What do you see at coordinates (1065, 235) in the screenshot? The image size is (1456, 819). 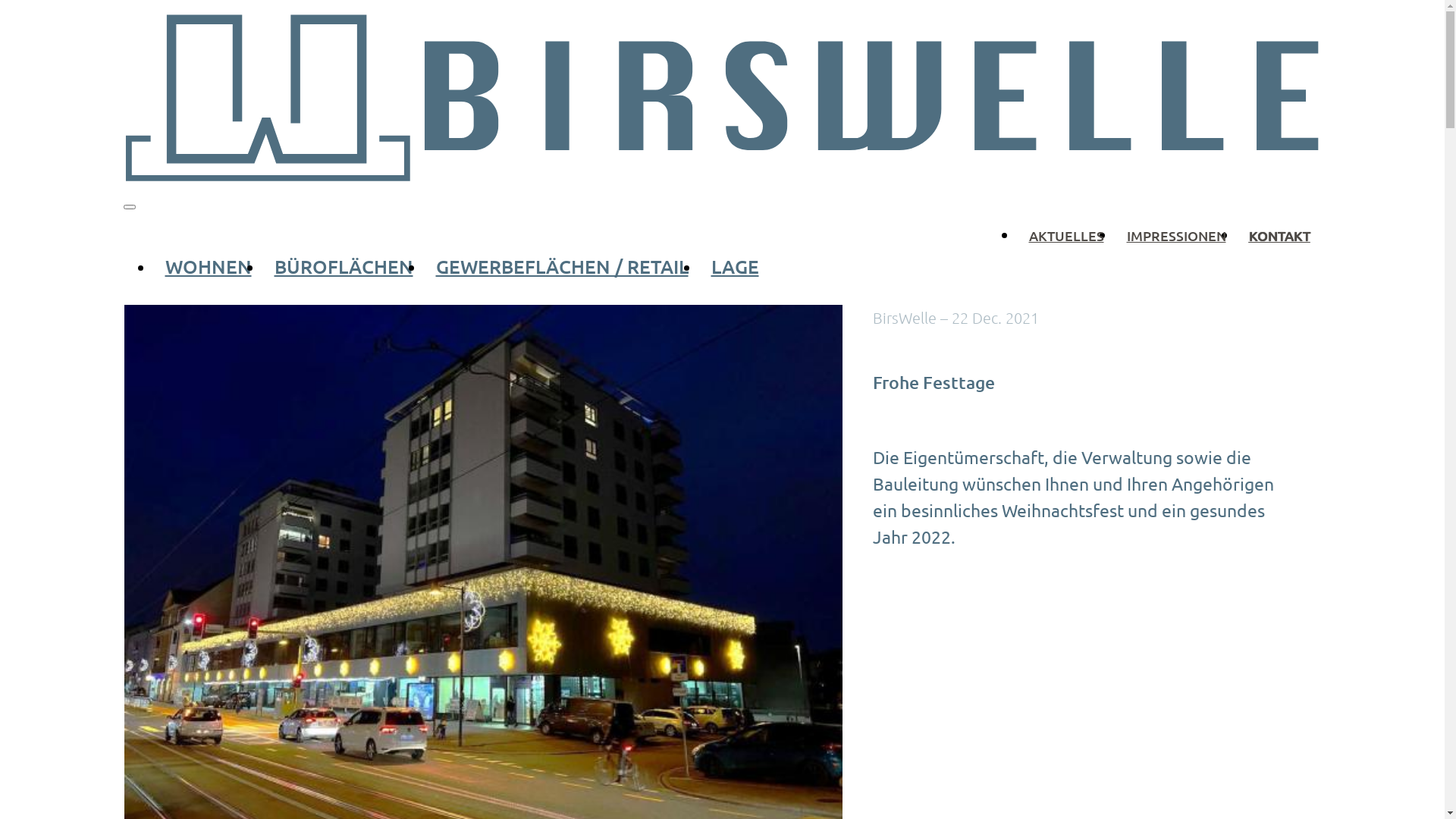 I see `'AKTUELLES'` at bounding box center [1065, 235].